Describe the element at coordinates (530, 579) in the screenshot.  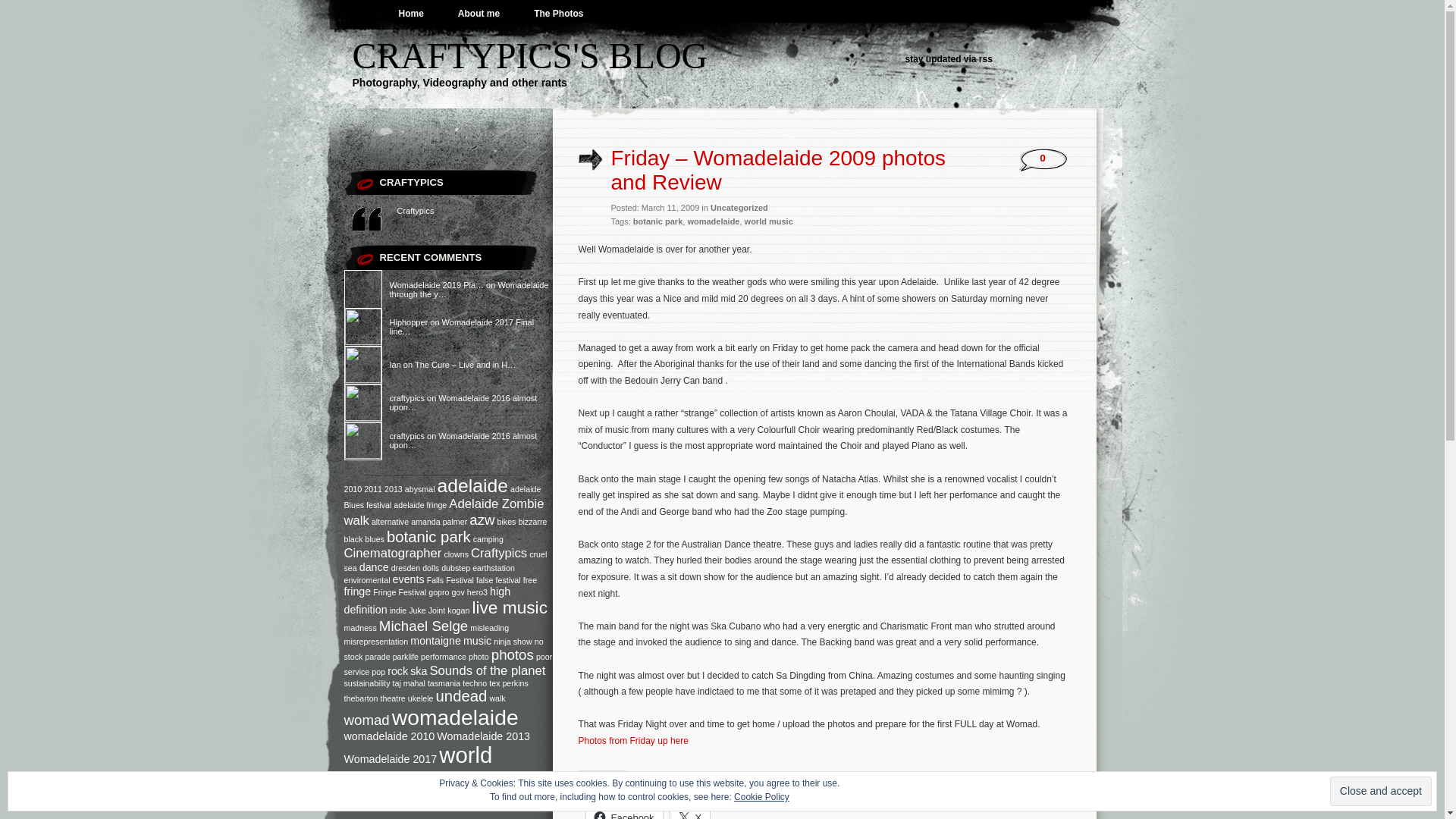
I see `'free'` at that location.